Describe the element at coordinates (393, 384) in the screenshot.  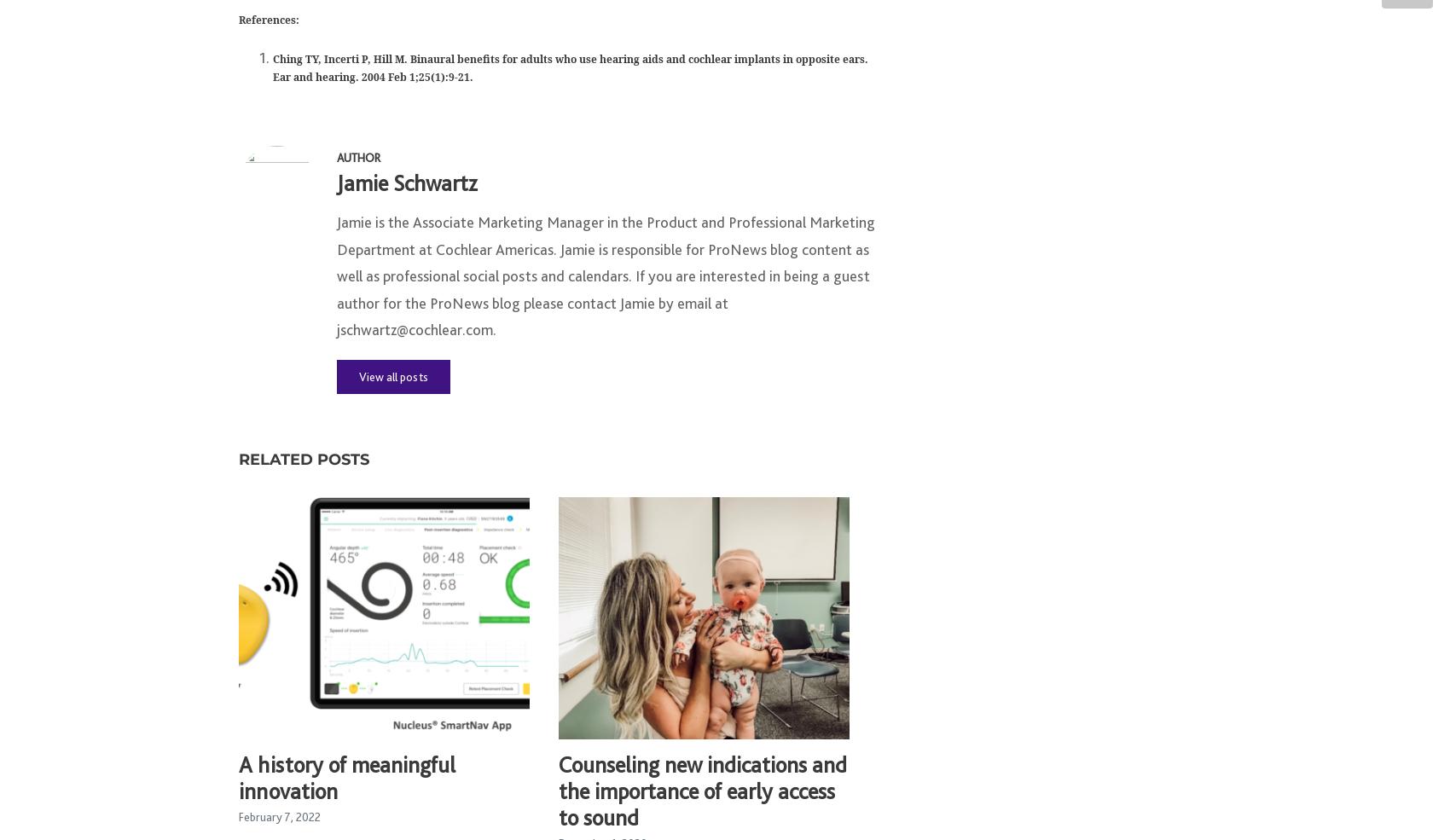
I see `'View all posts'` at that location.